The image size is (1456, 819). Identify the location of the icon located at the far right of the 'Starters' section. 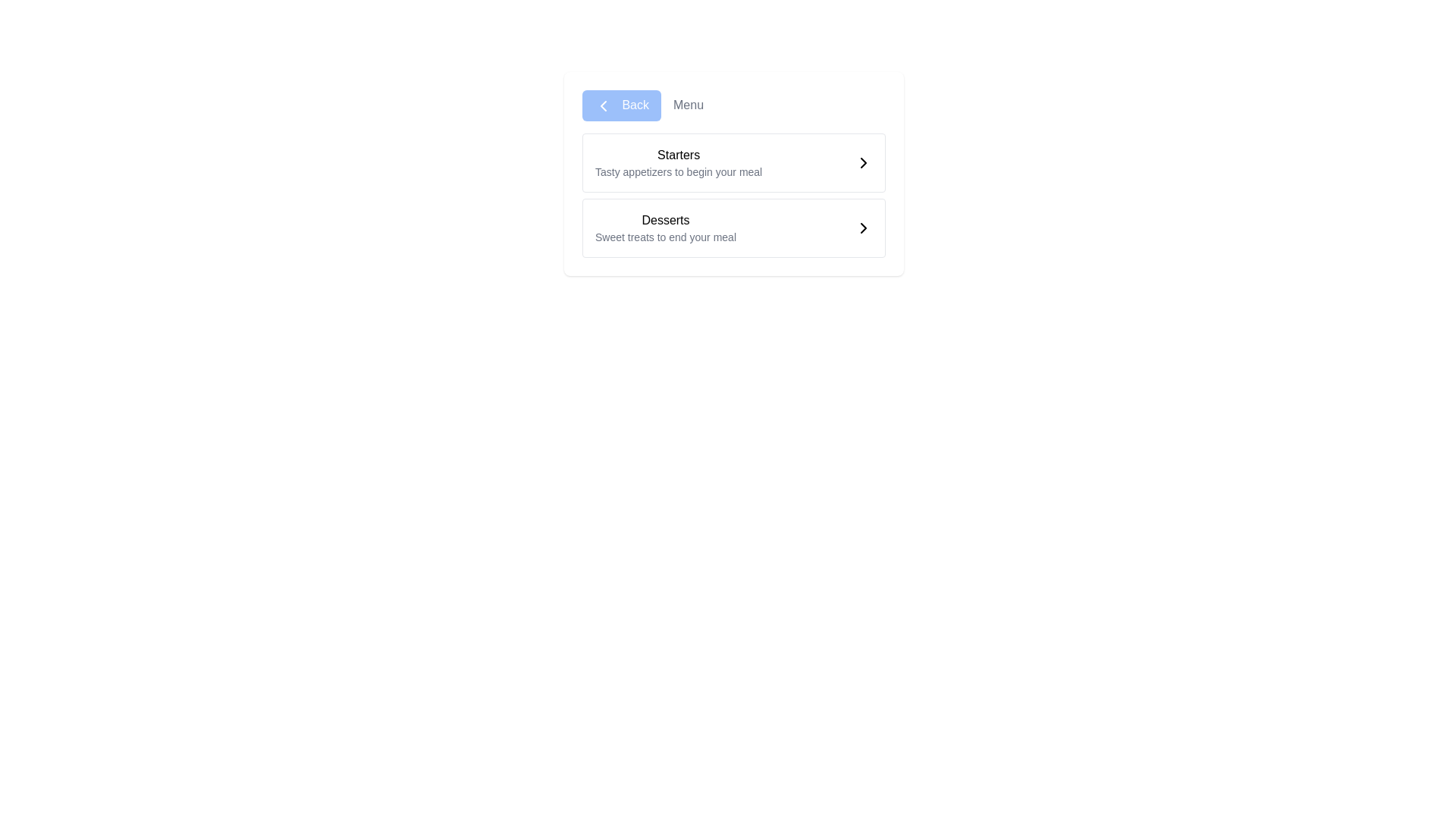
(863, 162).